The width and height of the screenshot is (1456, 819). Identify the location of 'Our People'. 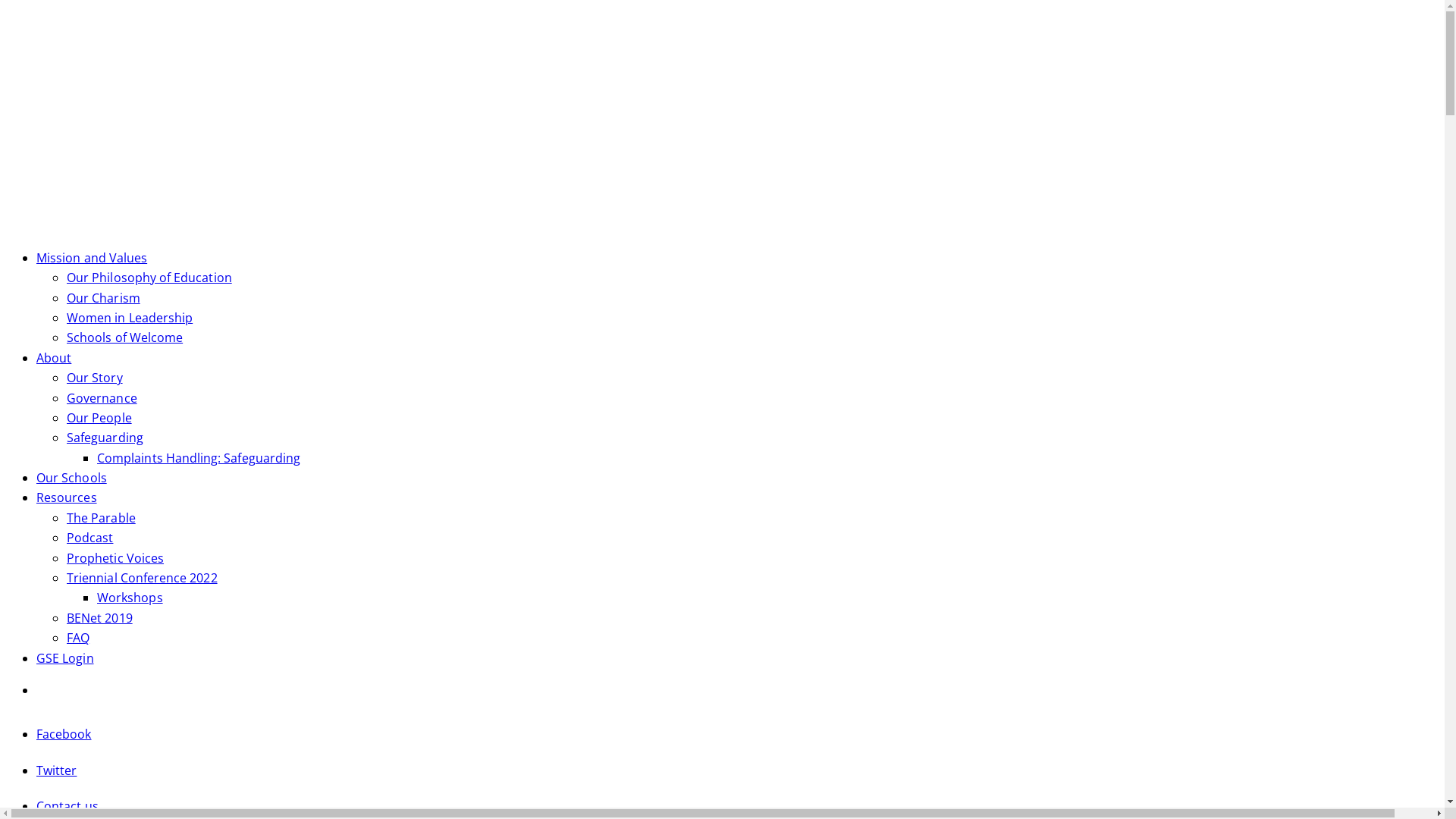
(98, 418).